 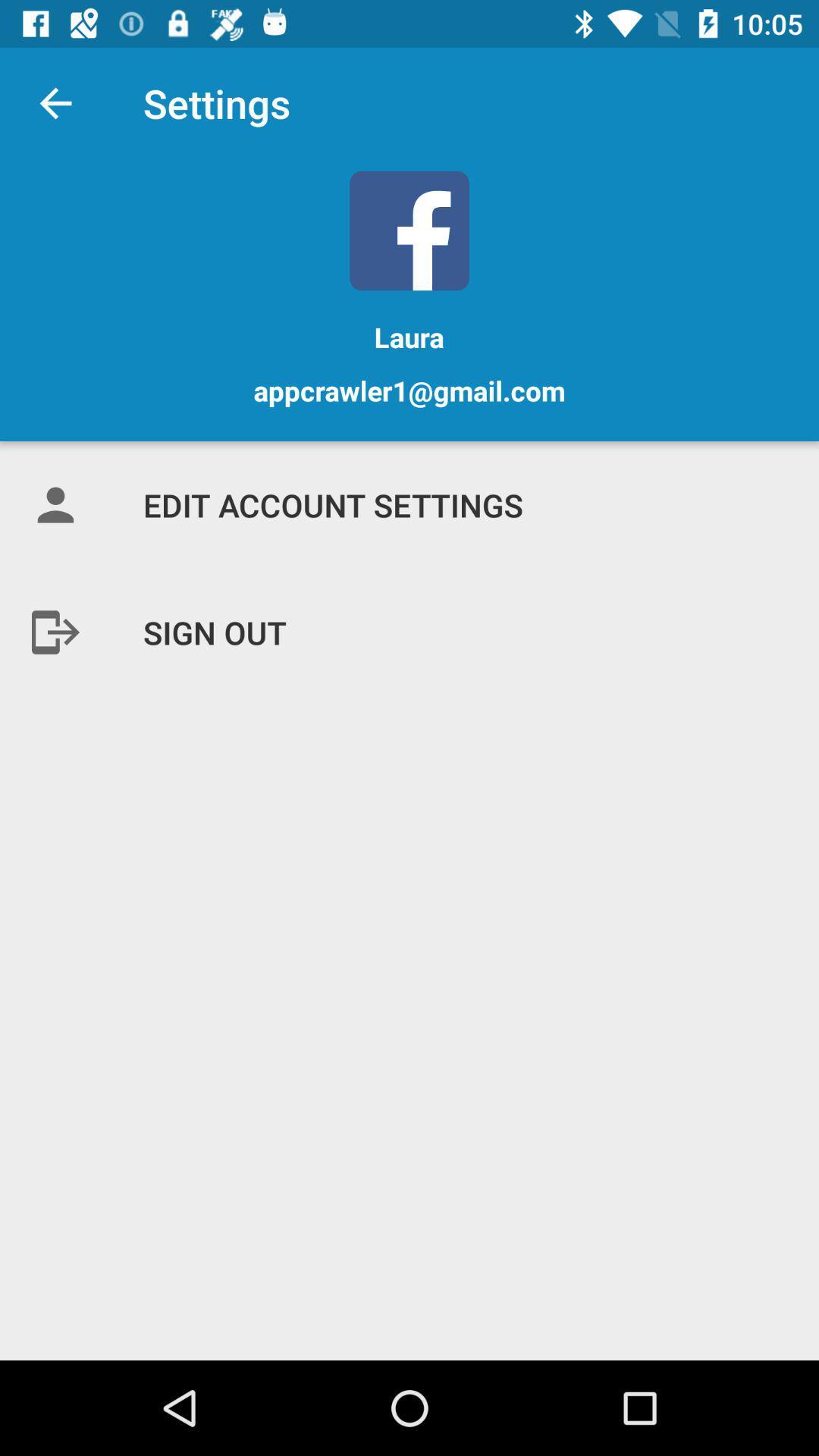 I want to click on item next to the settings, so click(x=55, y=102).